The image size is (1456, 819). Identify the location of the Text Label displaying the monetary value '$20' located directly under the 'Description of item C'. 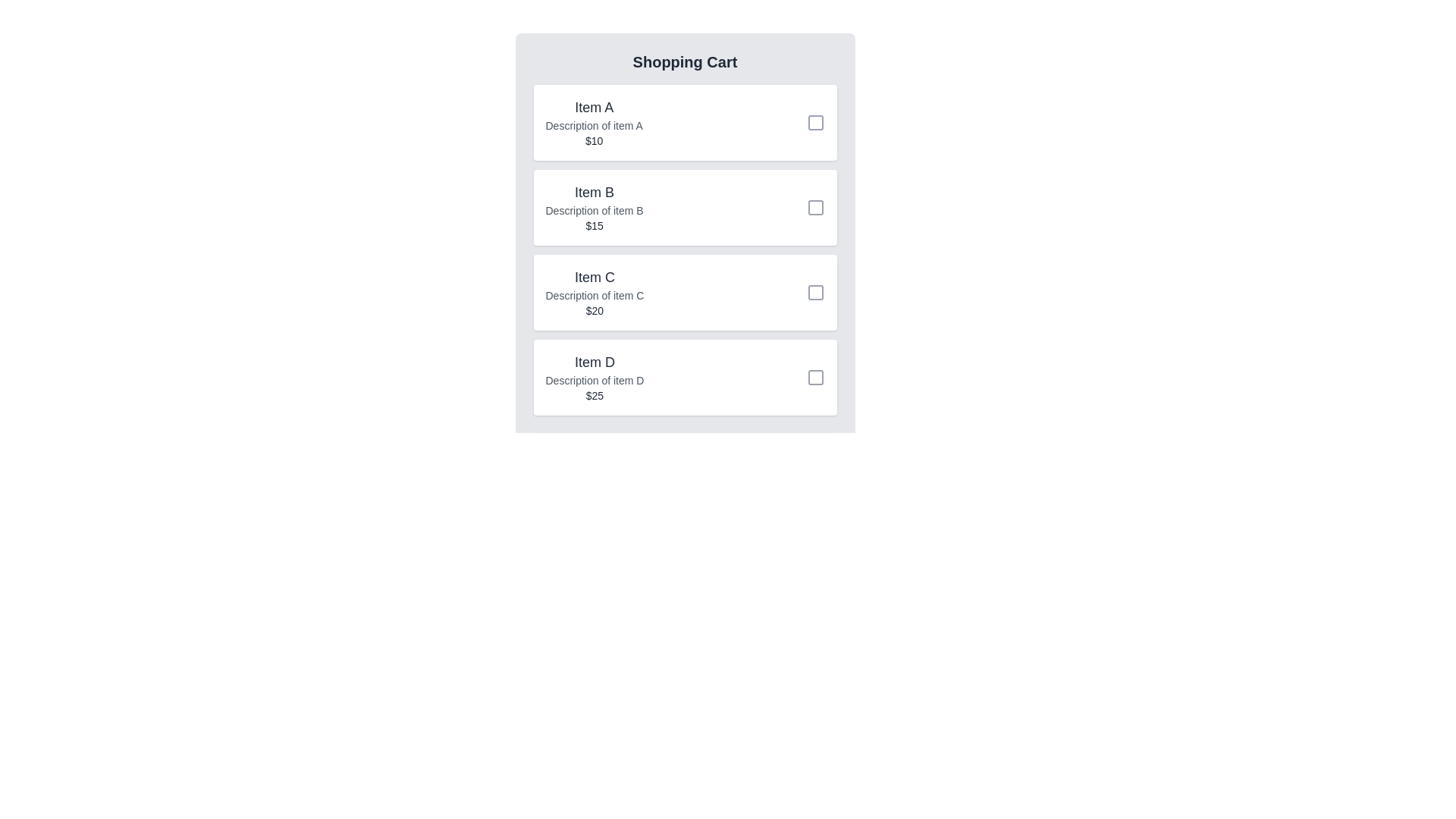
(594, 309).